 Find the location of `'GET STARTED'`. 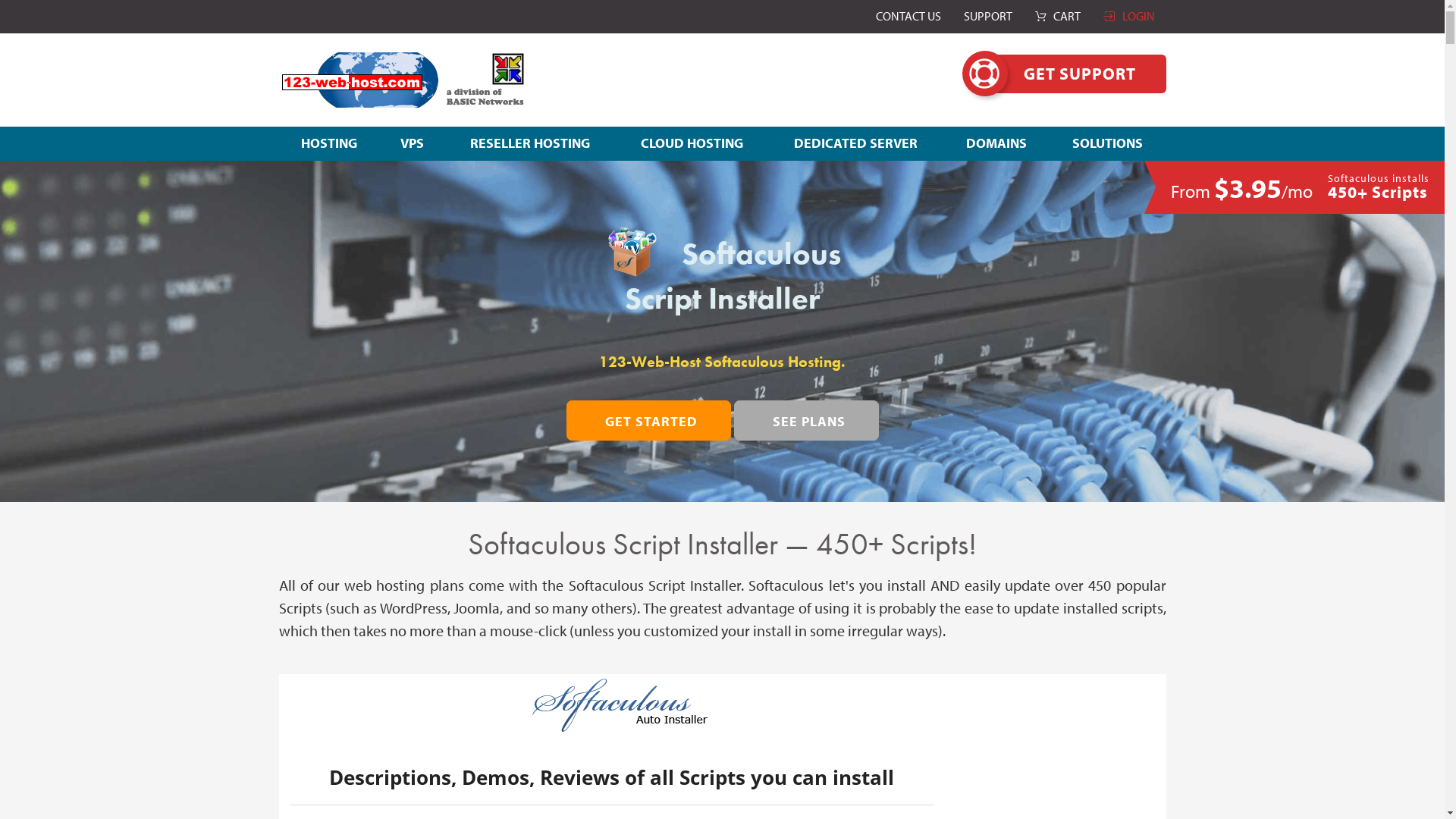

'GET STARTED' is located at coordinates (648, 420).